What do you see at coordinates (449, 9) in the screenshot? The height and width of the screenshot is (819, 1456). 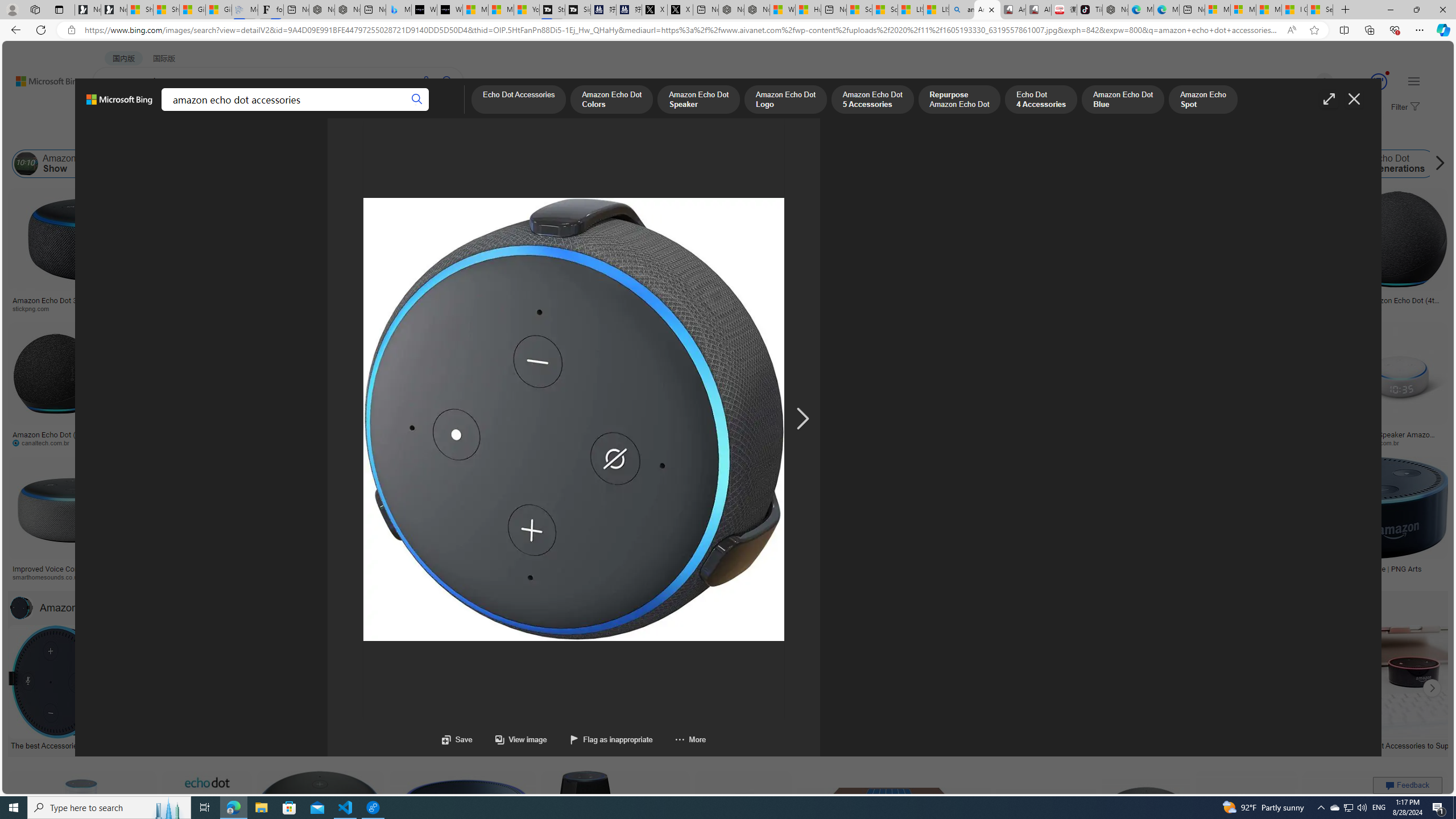 I see `'What'` at bounding box center [449, 9].